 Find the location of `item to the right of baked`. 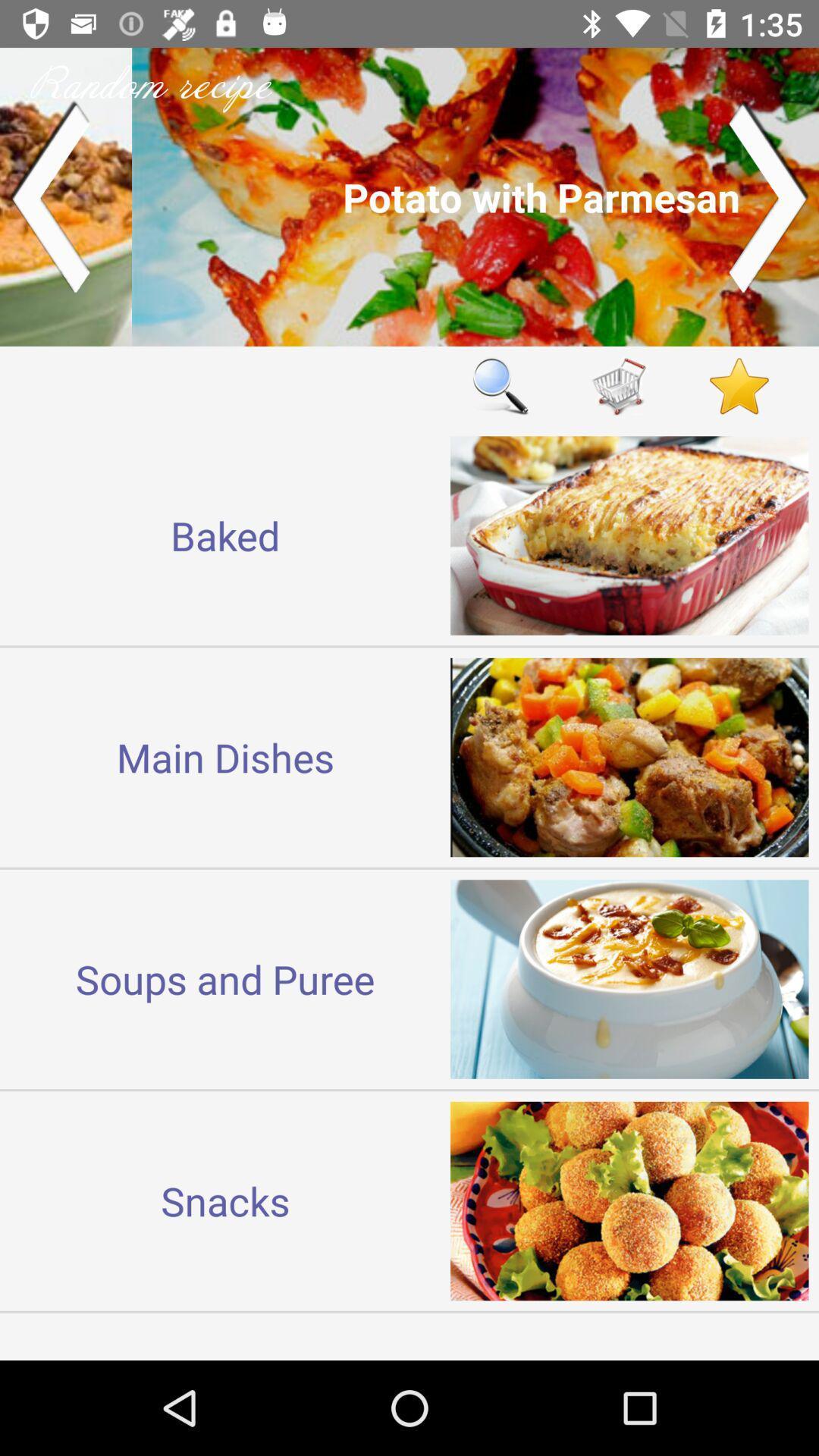

item to the right of baked is located at coordinates (500, 386).